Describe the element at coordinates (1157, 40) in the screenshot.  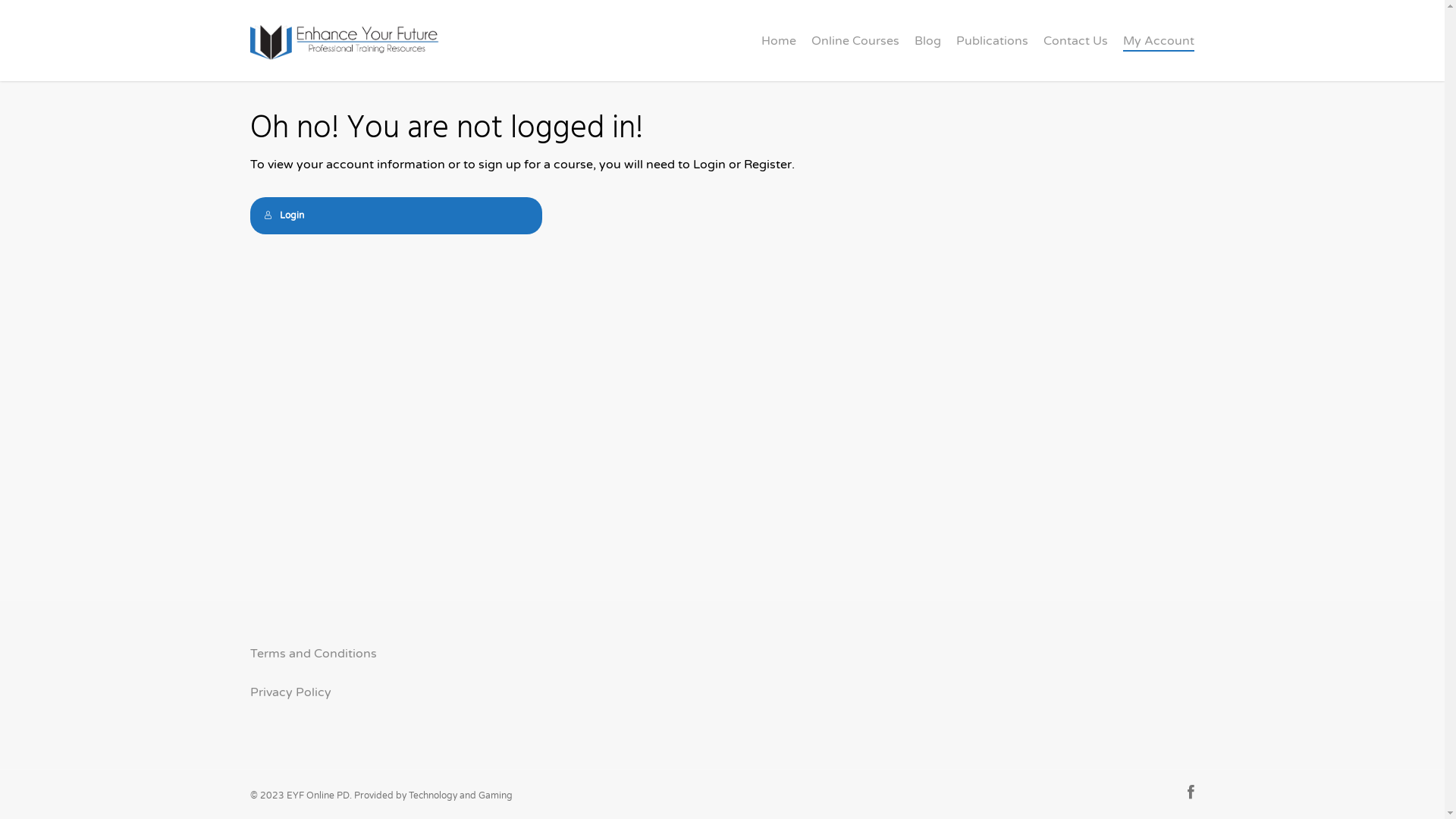
I see `'My Account'` at that location.